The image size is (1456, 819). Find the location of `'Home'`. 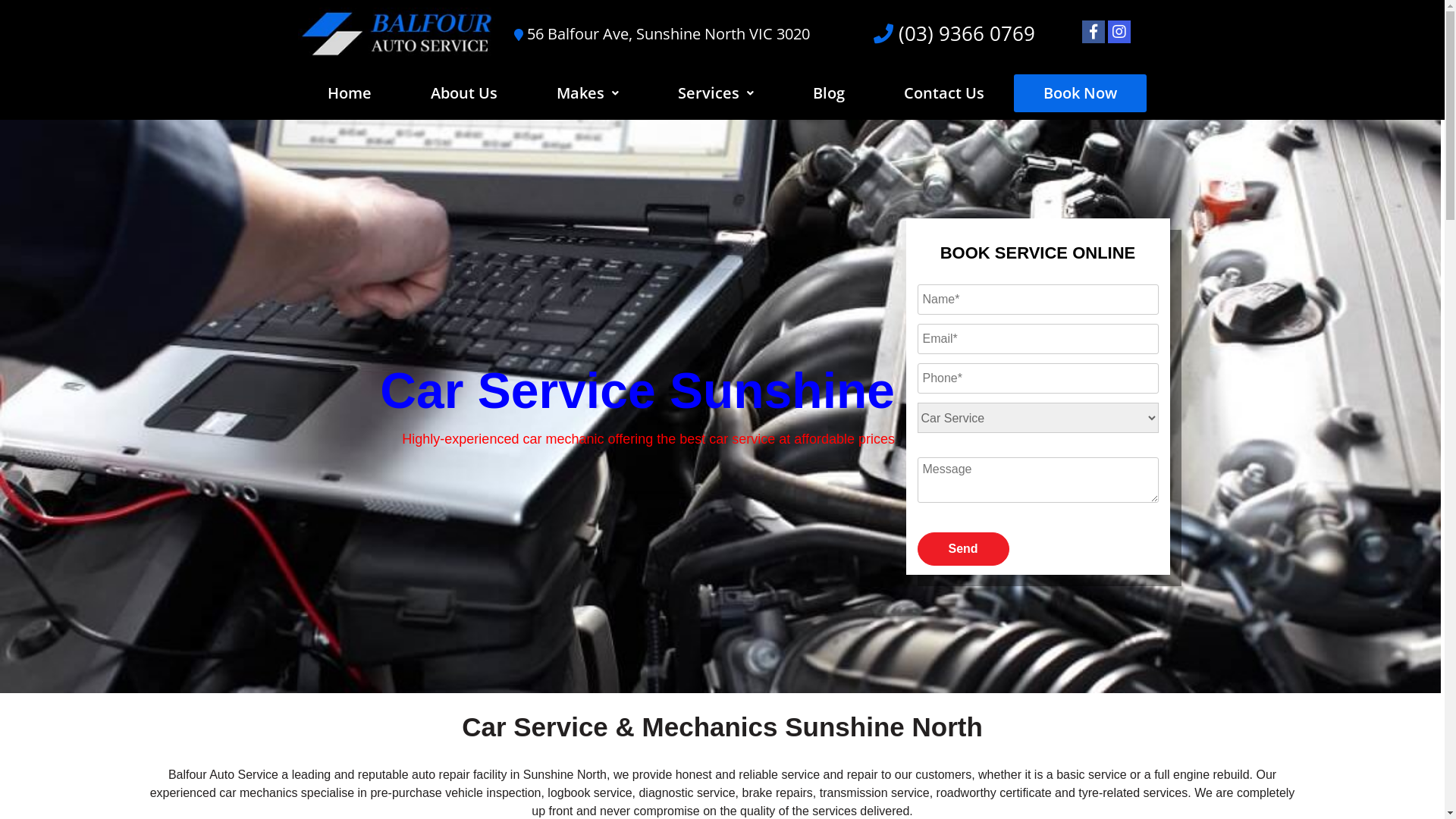

'Home' is located at coordinates (348, 93).